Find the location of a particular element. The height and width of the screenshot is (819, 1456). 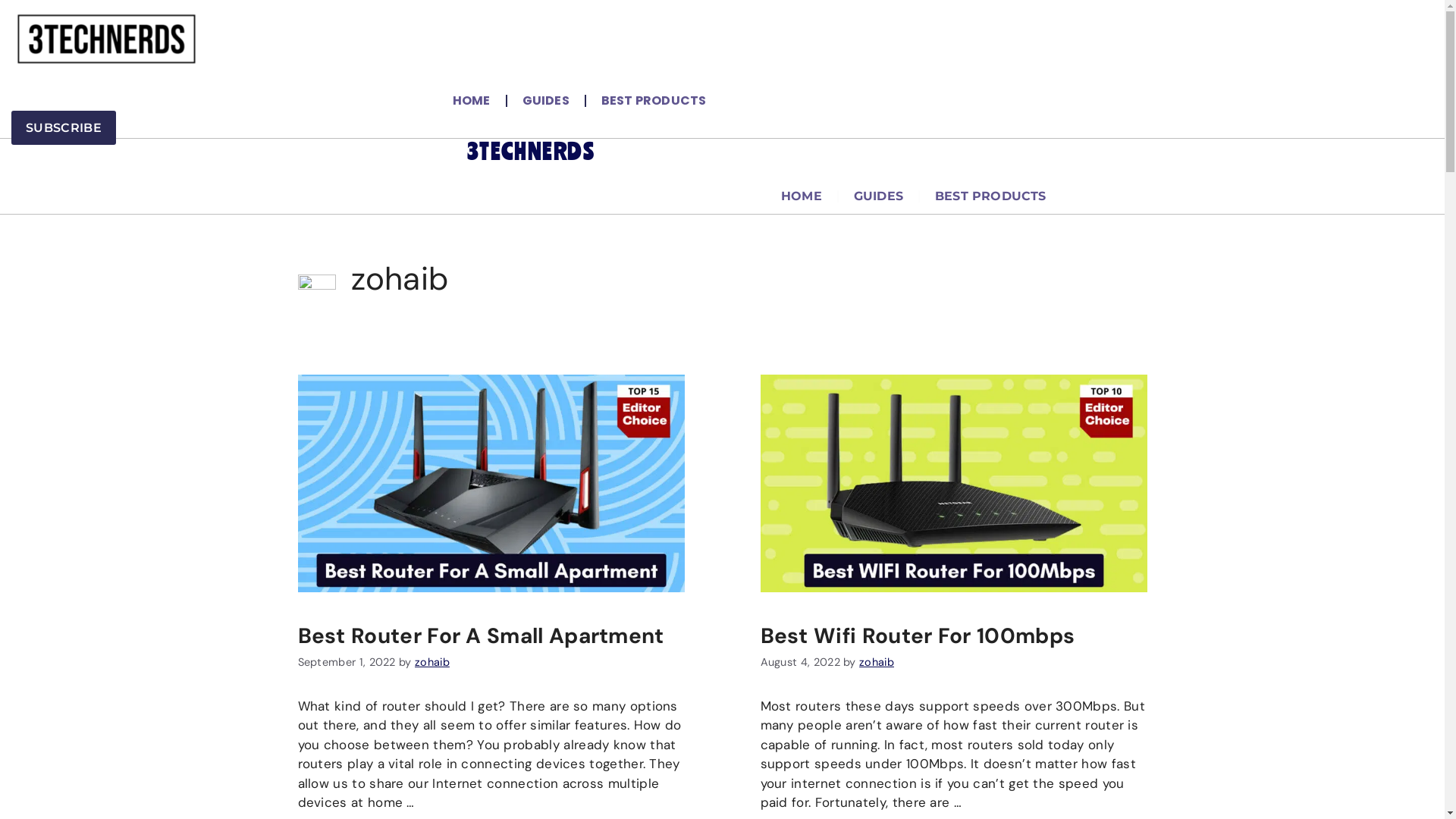

'HOME' is located at coordinates (471, 100).